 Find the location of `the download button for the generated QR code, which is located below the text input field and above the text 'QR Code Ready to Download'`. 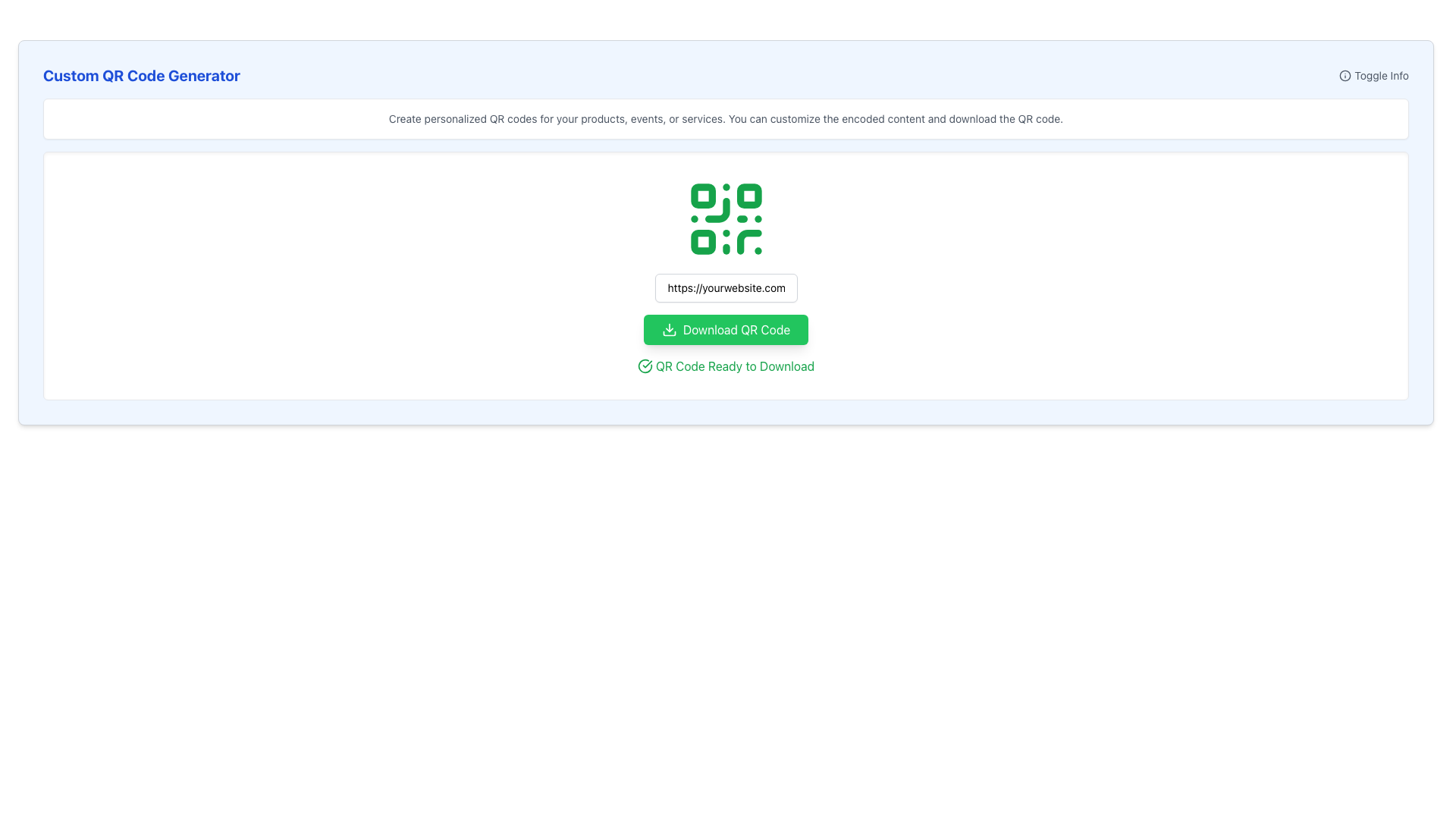

the download button for the generated QR code, which is located below the text input field and above the text 'QR Code Ready to Download' is located at coordinates (725, 329).